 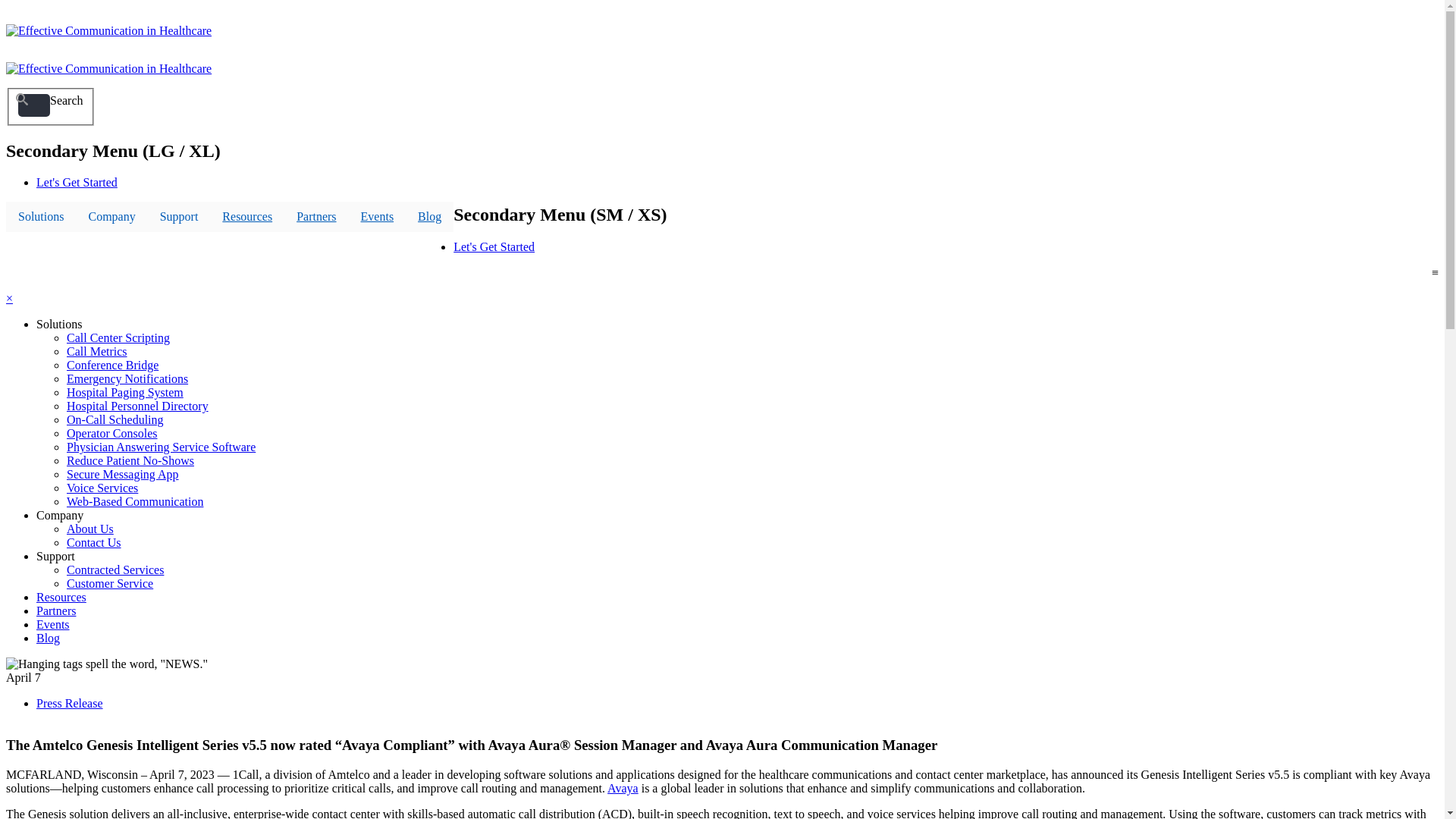 What do you see at coordinates (36, 638) in the screenshot?
I see `'Blog'` at bounding box center [36, 638].